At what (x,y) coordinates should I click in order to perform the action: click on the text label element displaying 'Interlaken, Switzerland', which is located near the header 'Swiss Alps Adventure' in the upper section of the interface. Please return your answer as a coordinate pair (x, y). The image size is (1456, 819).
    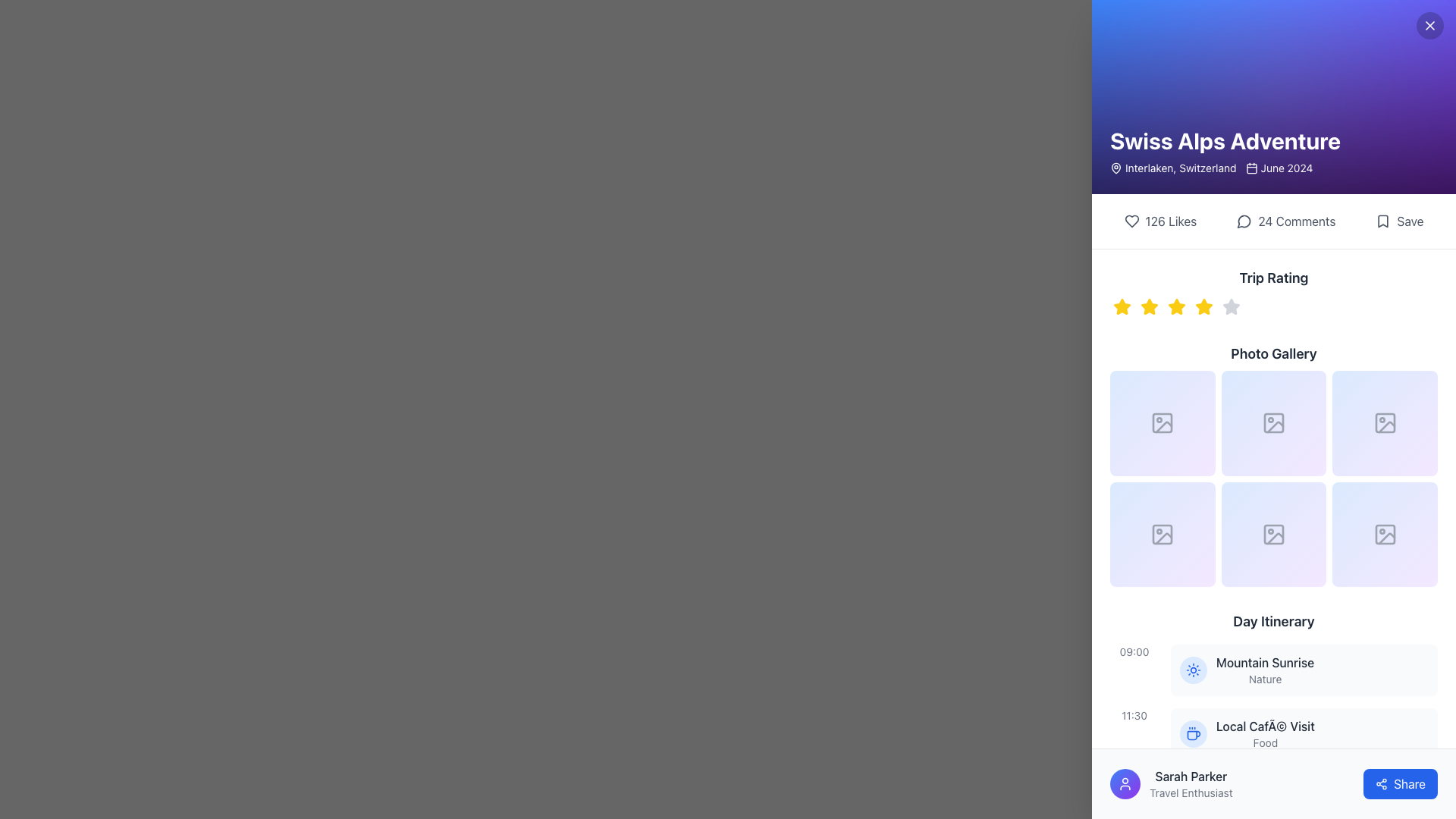
    Looking at the image, I should click on (1172, 168).